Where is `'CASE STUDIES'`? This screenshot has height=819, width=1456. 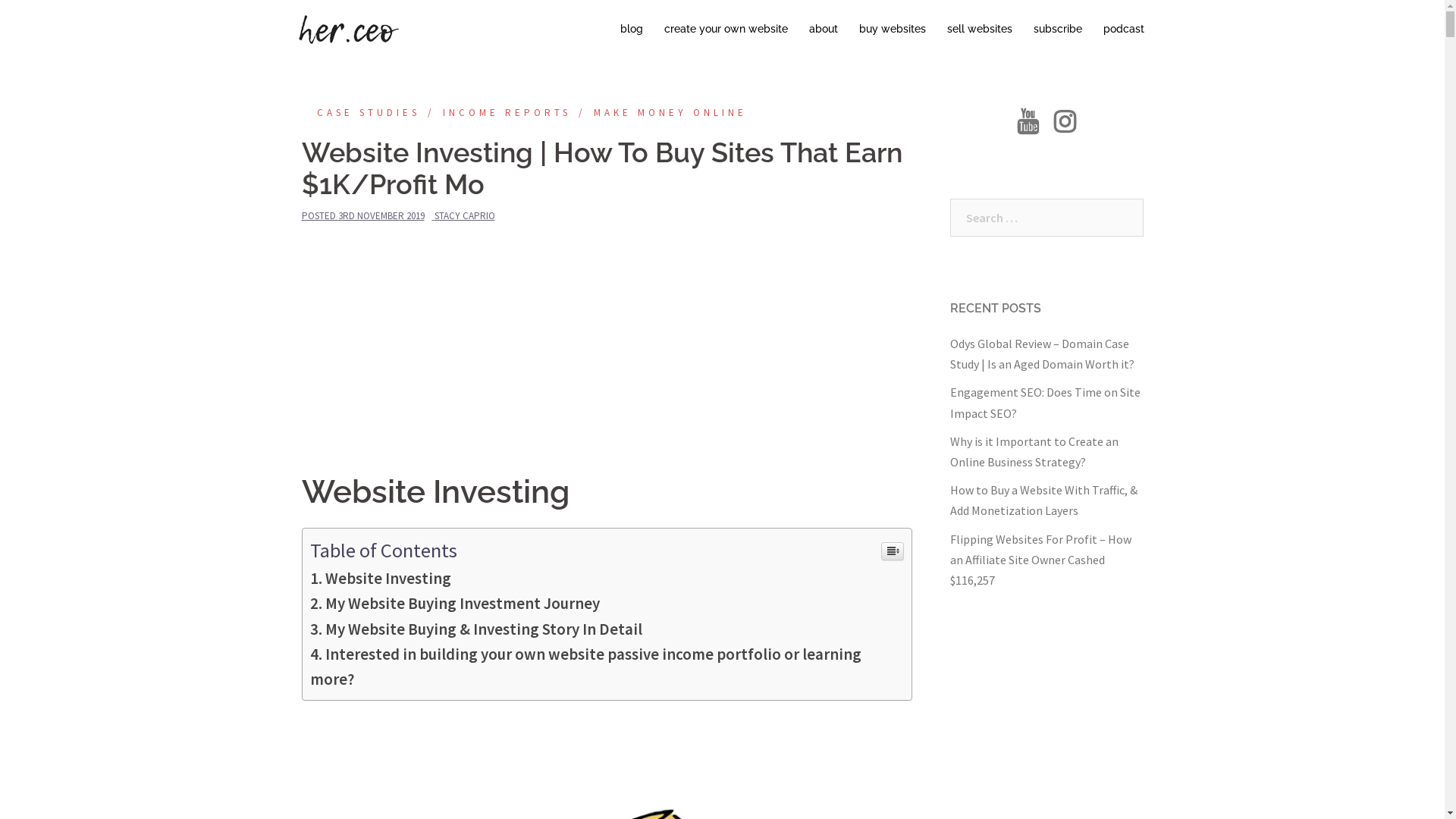
'CASE STUDIES' is located at coordinates (359, 111).